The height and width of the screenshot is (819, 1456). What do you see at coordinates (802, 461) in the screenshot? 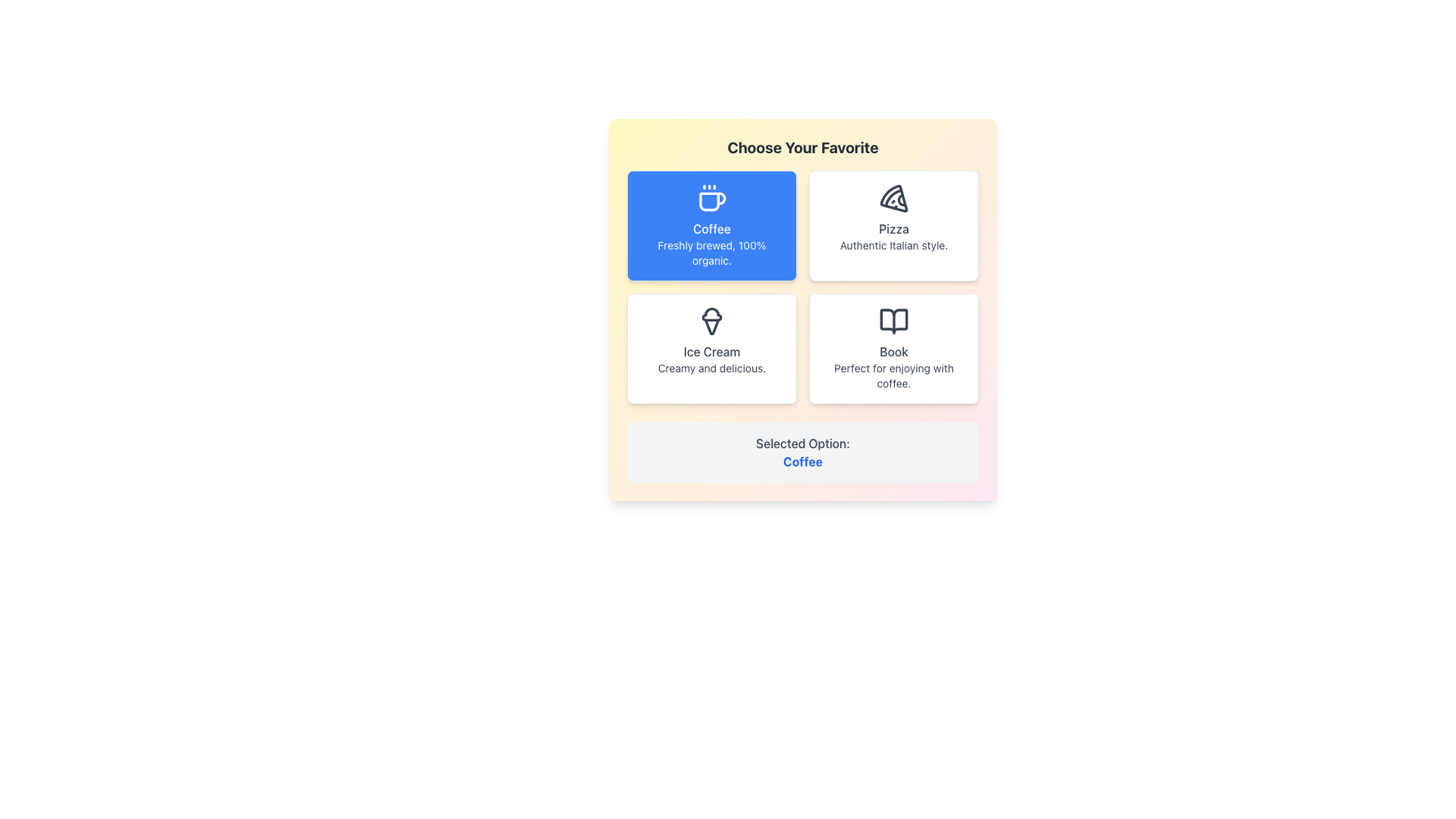
I see `the static text label displaying 'Coffee', which is located at the bottom center of the layout, specifically as the second line of text following 'Selected Option:'` at bounding box center [802, 461].